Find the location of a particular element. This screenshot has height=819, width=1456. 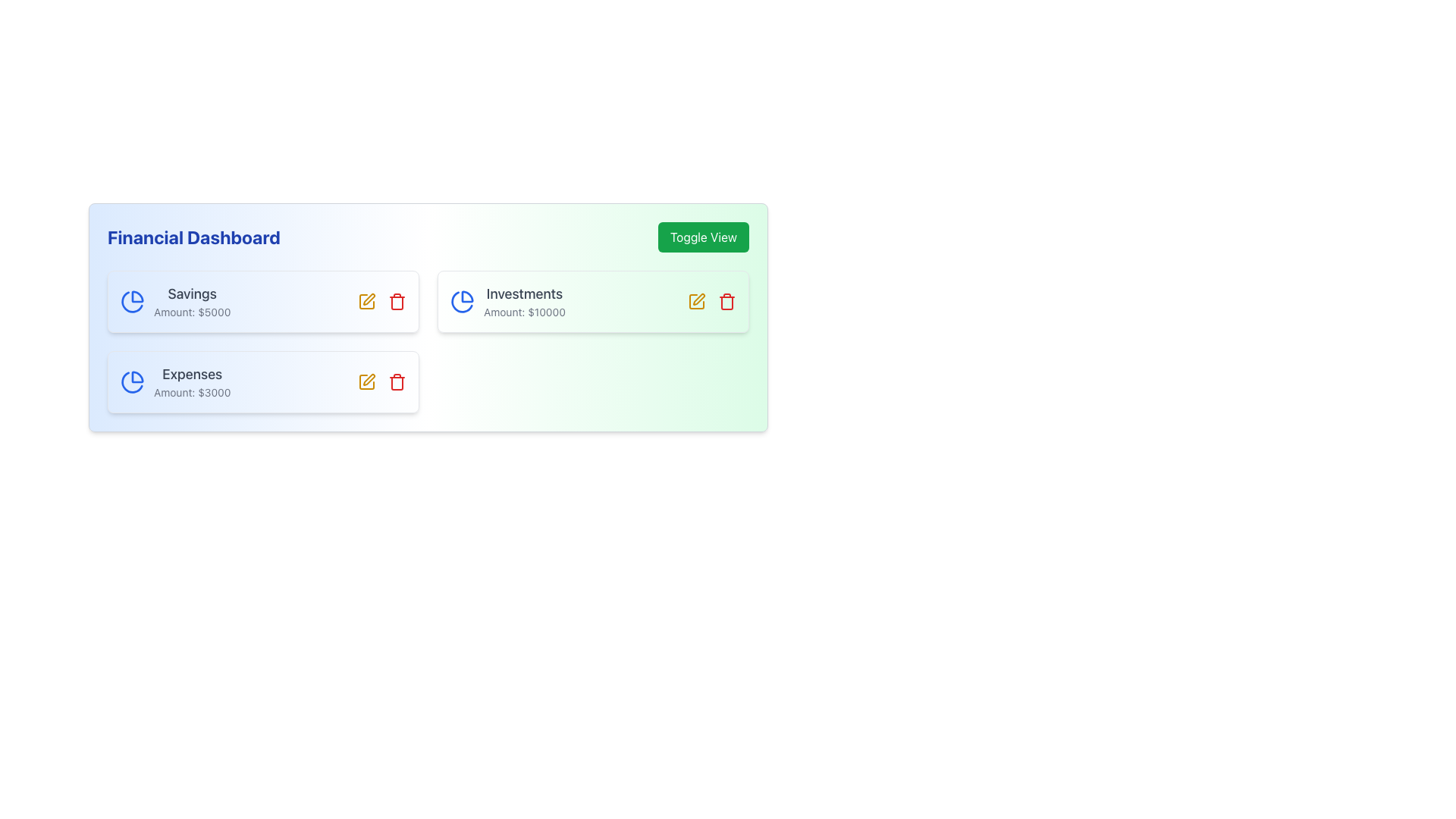

the Visual Information Segment displaying 'Investments' with a pie chart icon is located at coordinates (507, 301).